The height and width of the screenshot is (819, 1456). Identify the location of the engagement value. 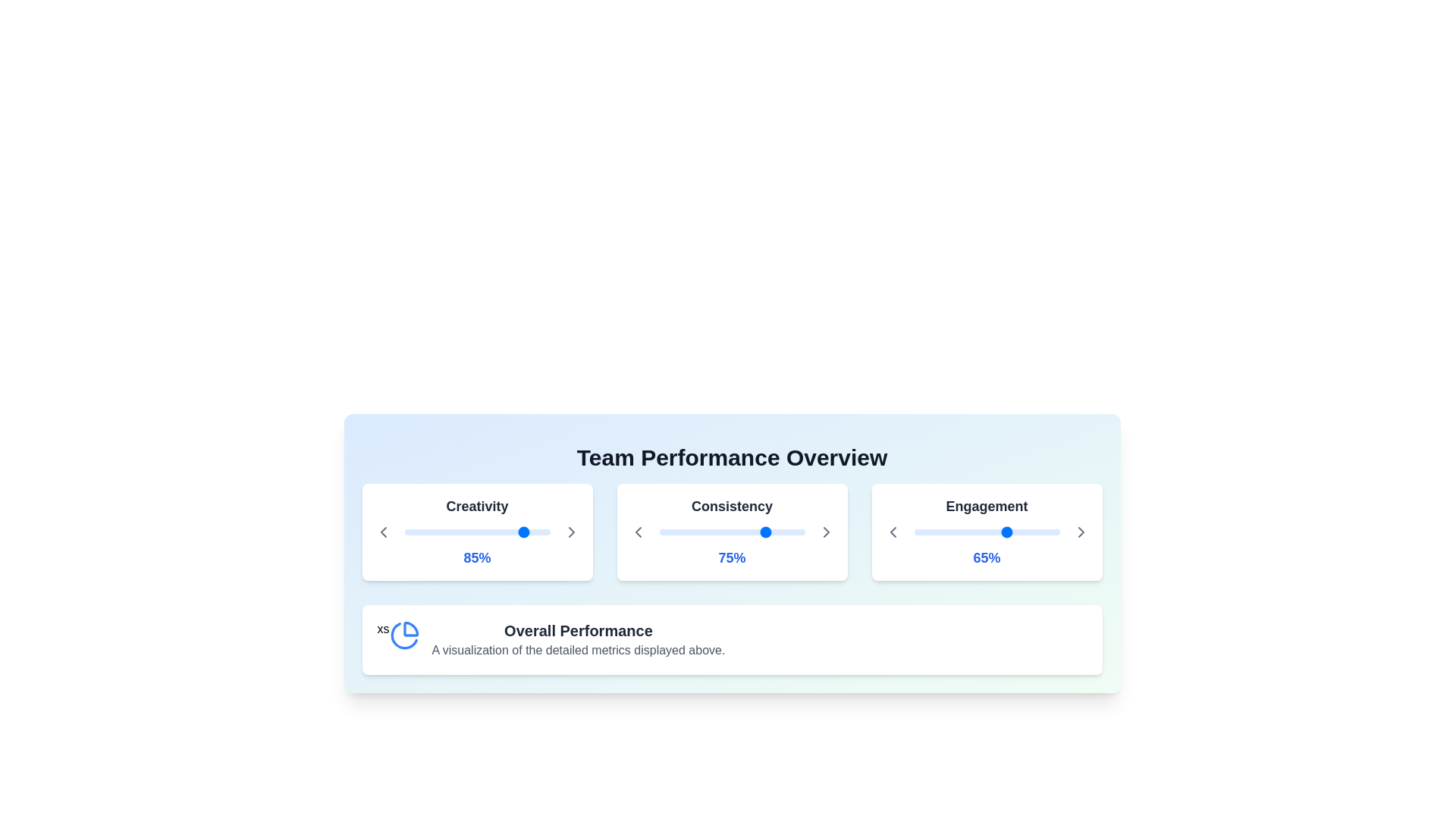
(1010, 532).